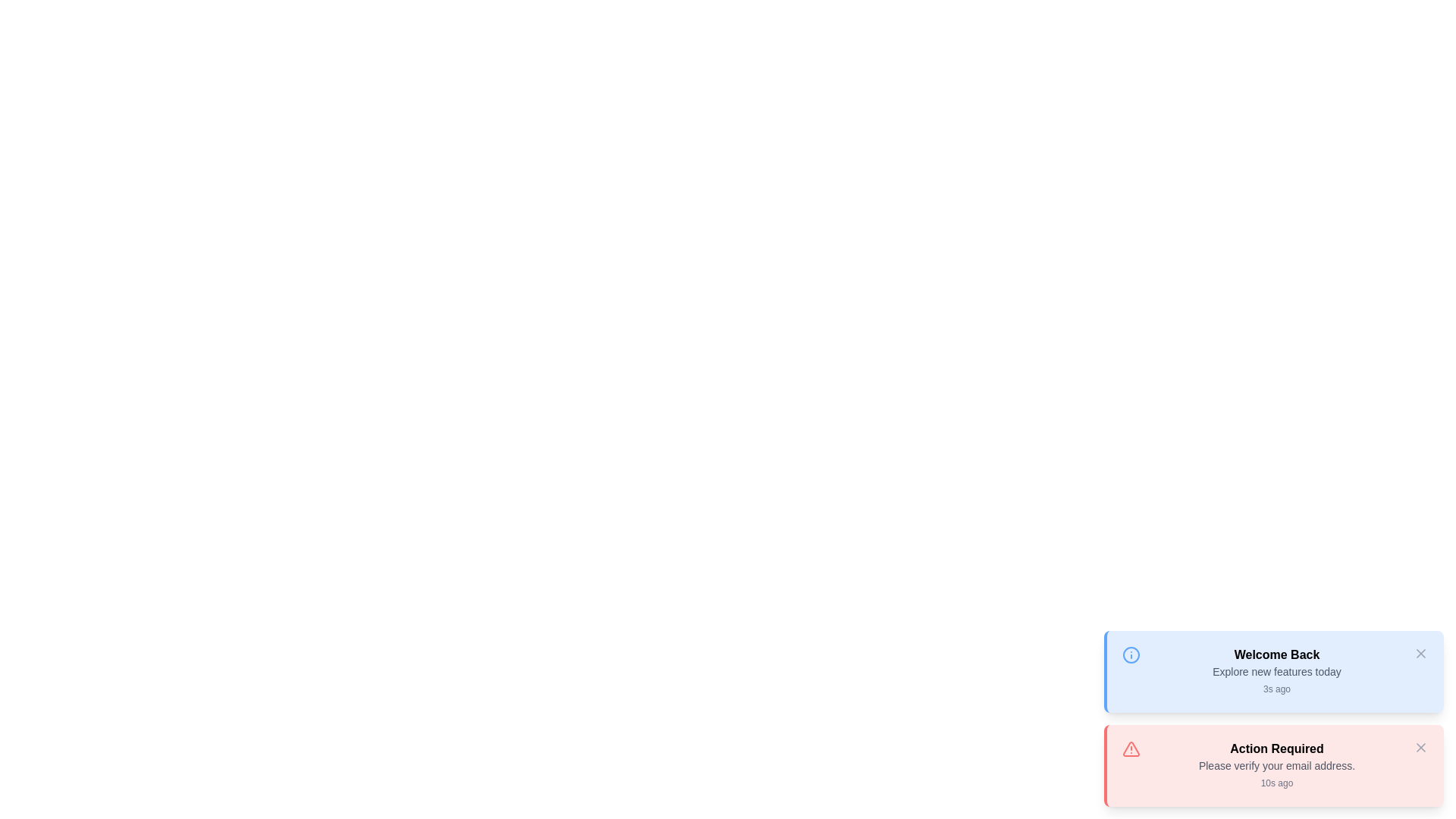  I want to click on the text of the message titled 'Welcome Back', so click(1276, 654).